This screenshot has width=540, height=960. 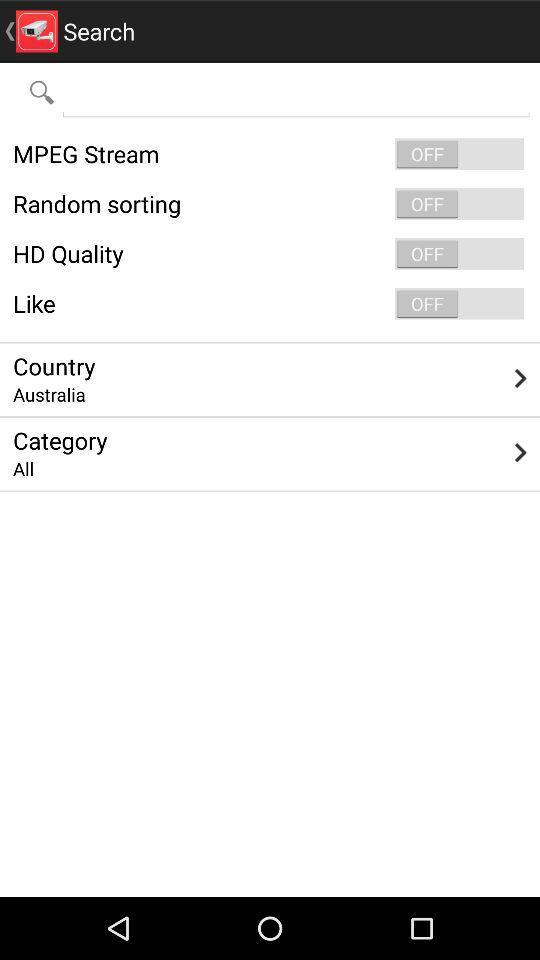 I want to click on mpeg stream icon, so click(x=270, y=153).